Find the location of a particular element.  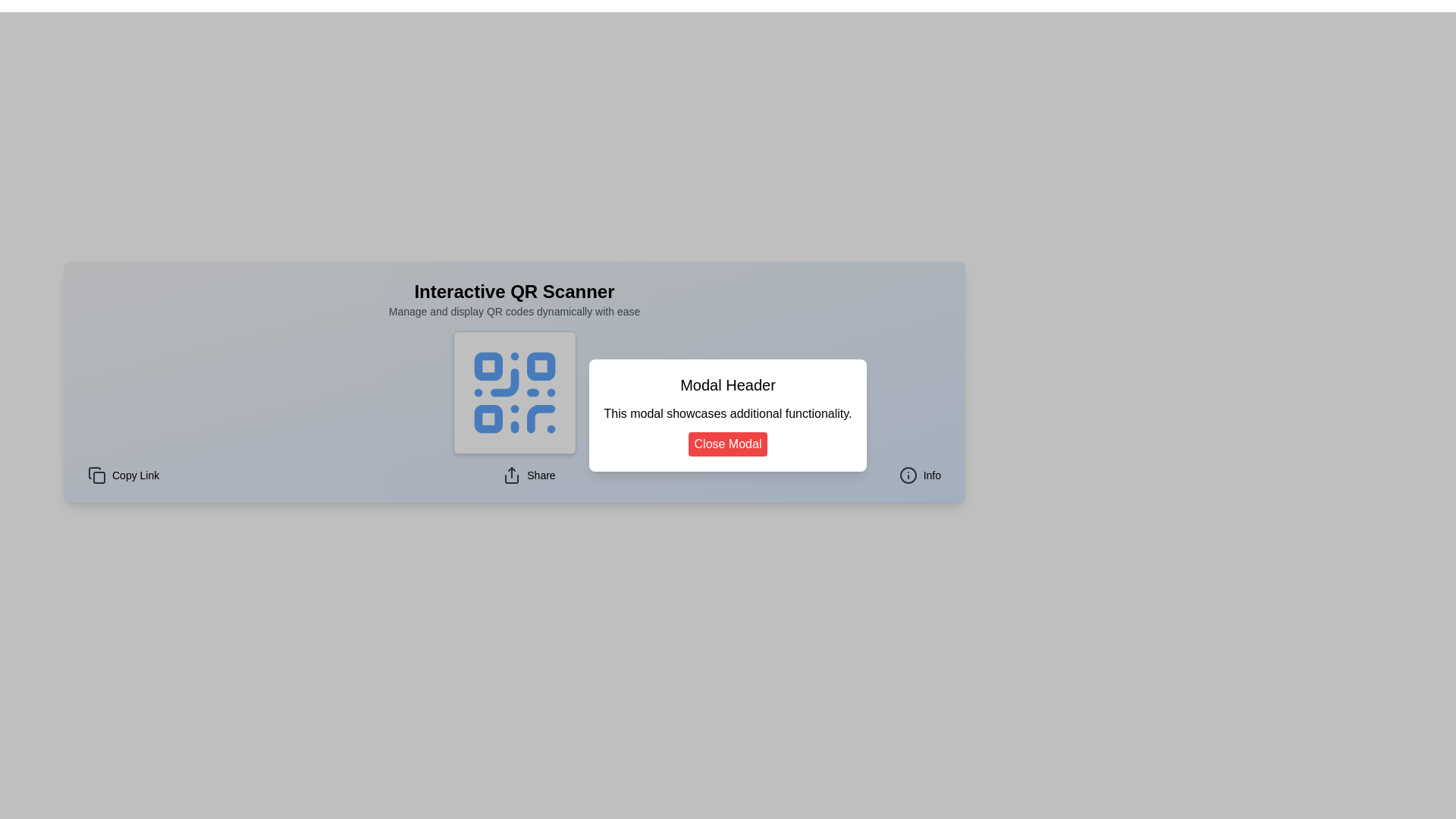

the 'Info' text label located at the bottom right of the interface, adjacent to the 'i' icon is located at coordinates (930, 475).